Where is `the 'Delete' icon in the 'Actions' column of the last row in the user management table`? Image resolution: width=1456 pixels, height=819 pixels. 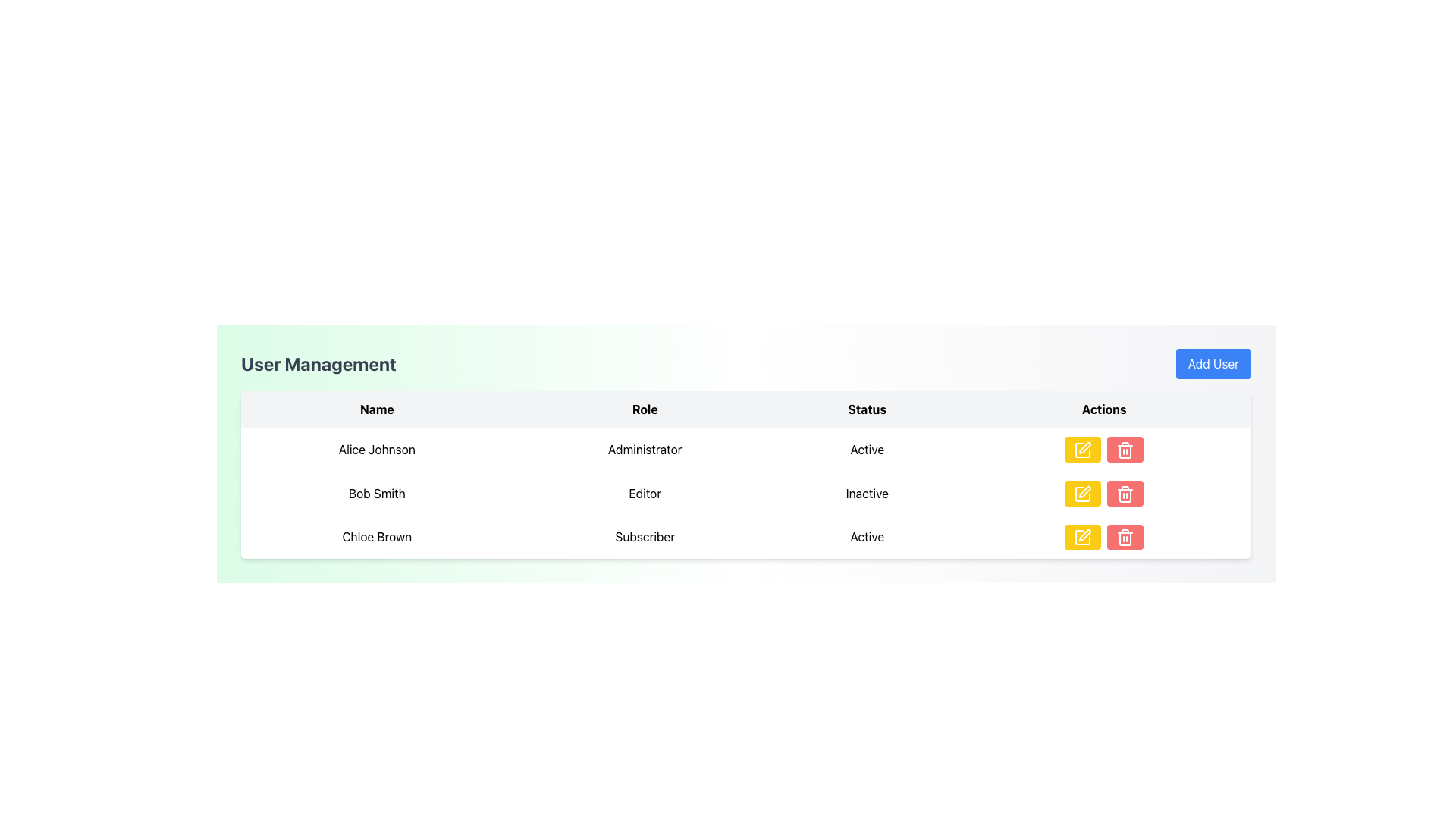
the 'Delete' icon in the 'Actions' column of the last row in the user management table is located at coordinates (1125, 538).